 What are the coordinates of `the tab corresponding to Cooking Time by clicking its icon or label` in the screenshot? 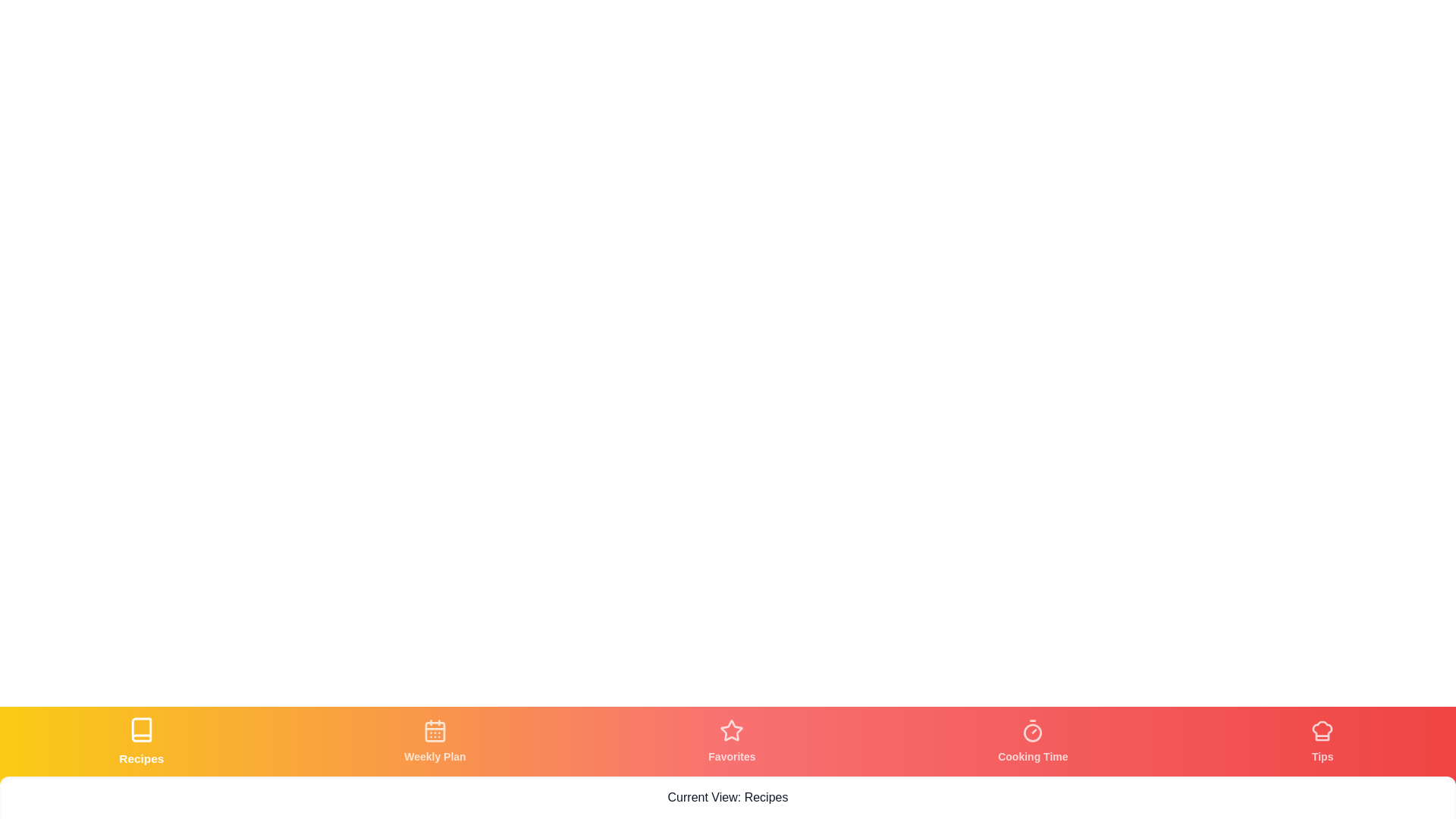 It's located at (1032, 741).